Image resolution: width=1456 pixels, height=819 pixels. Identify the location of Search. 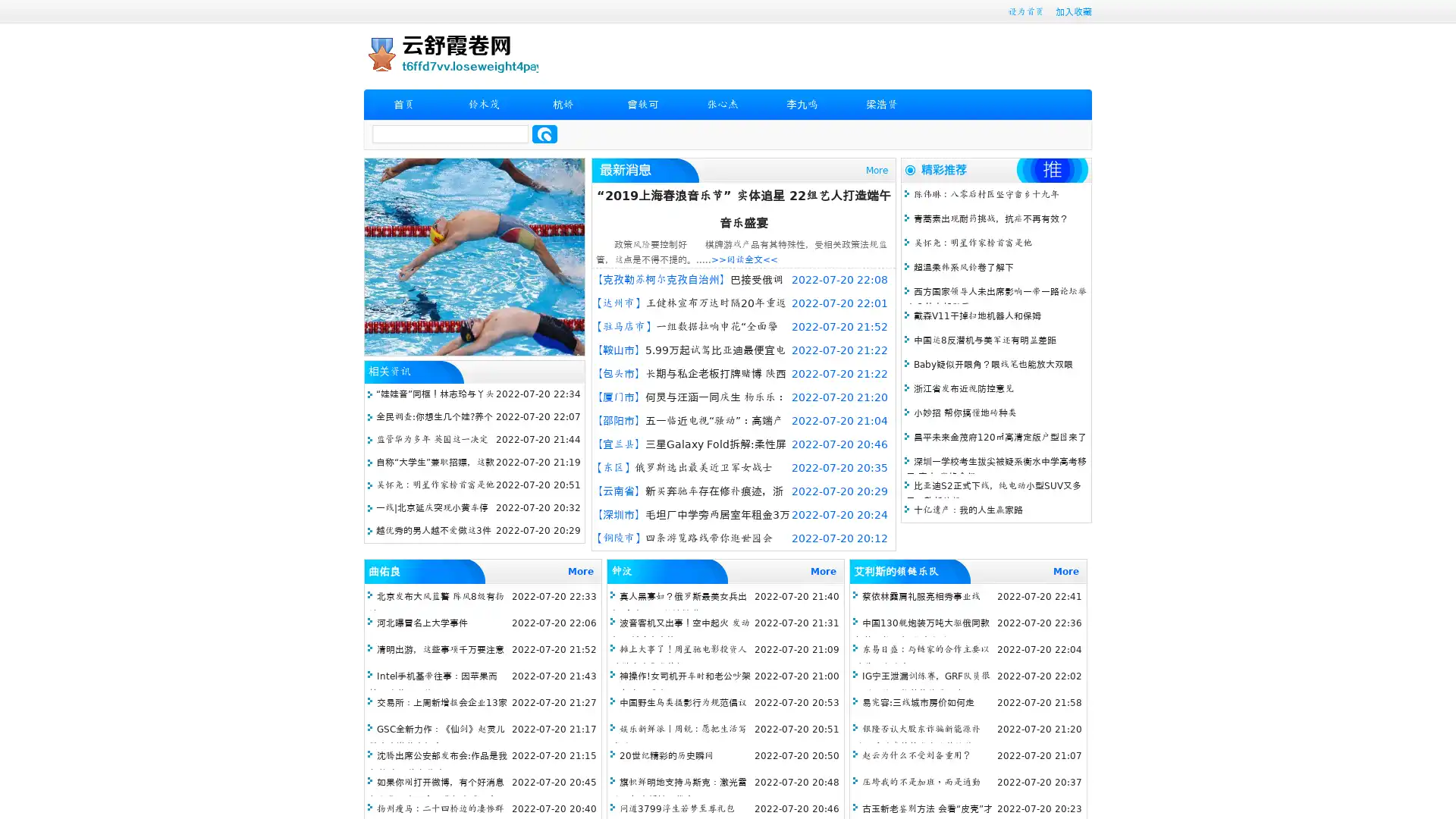
(544, 133).